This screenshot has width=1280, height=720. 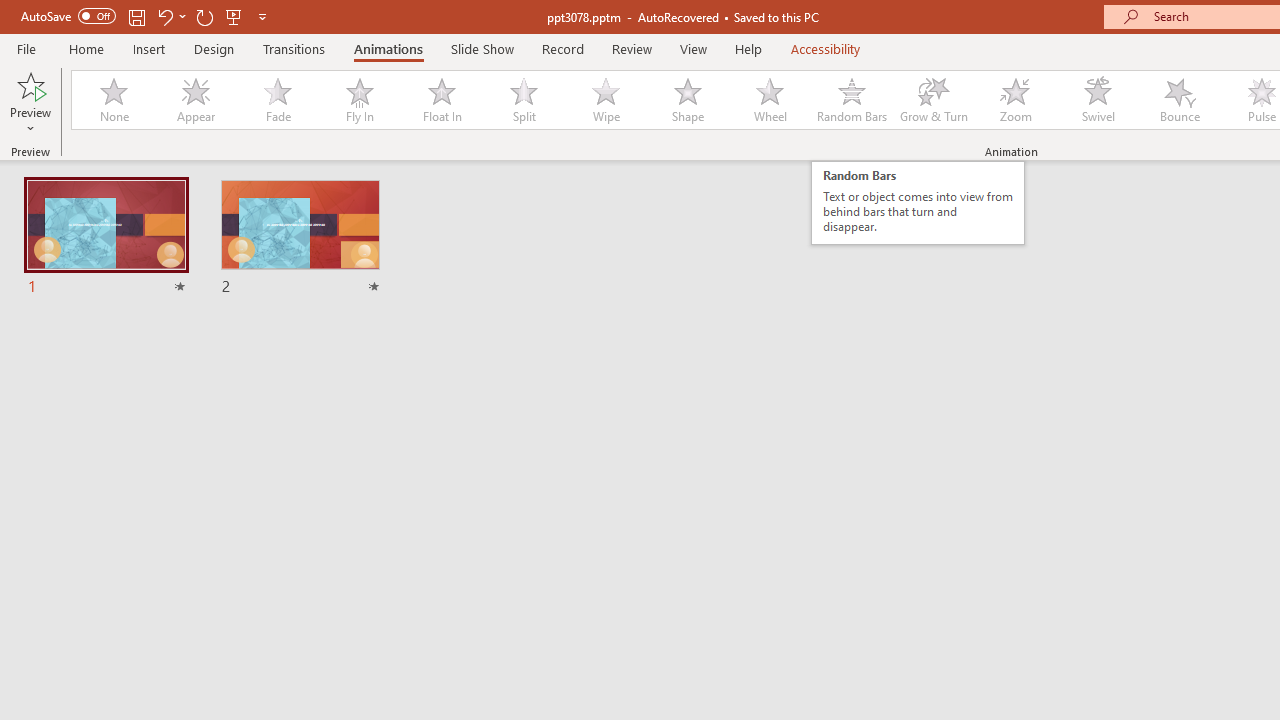 I want to click on 'Appear', so click(x=195, y=100).